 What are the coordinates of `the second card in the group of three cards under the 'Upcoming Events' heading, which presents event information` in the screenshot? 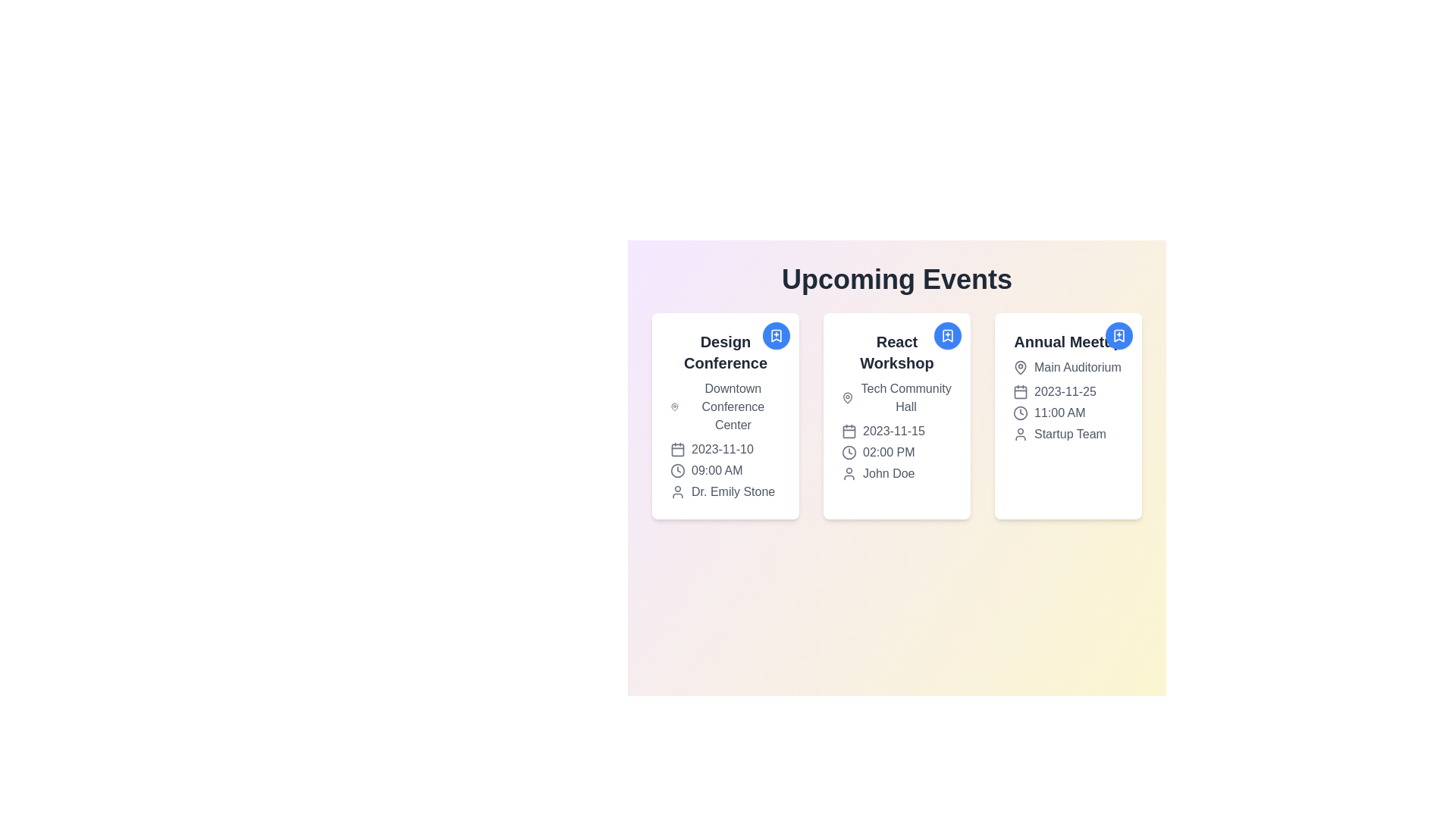 It's located at (896, 416).